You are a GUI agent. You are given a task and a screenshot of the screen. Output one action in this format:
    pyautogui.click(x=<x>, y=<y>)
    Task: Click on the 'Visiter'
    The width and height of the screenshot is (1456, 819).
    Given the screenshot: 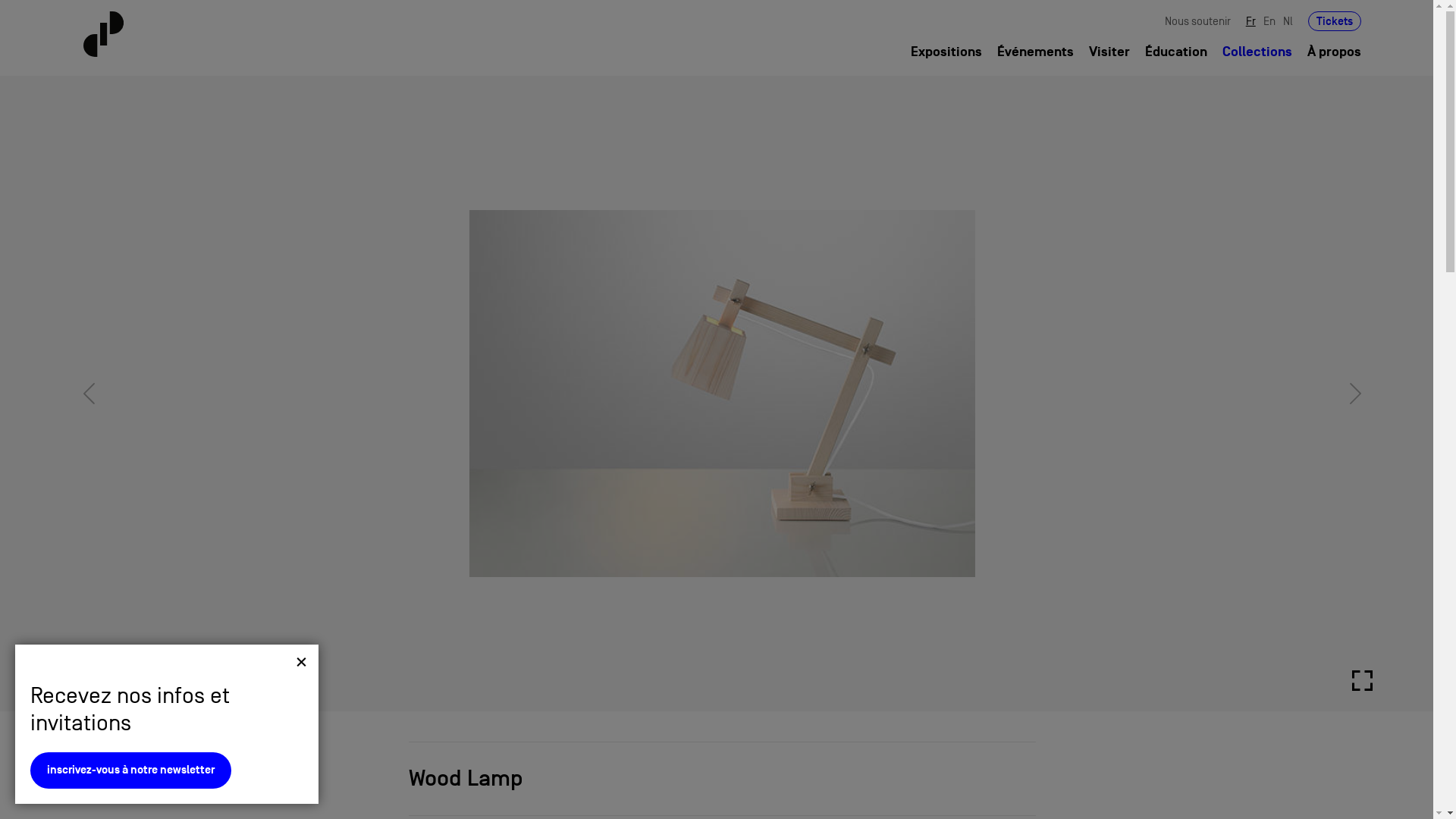 What is the action you would take?
    pyautogui.click(x=1109, y=52)
    